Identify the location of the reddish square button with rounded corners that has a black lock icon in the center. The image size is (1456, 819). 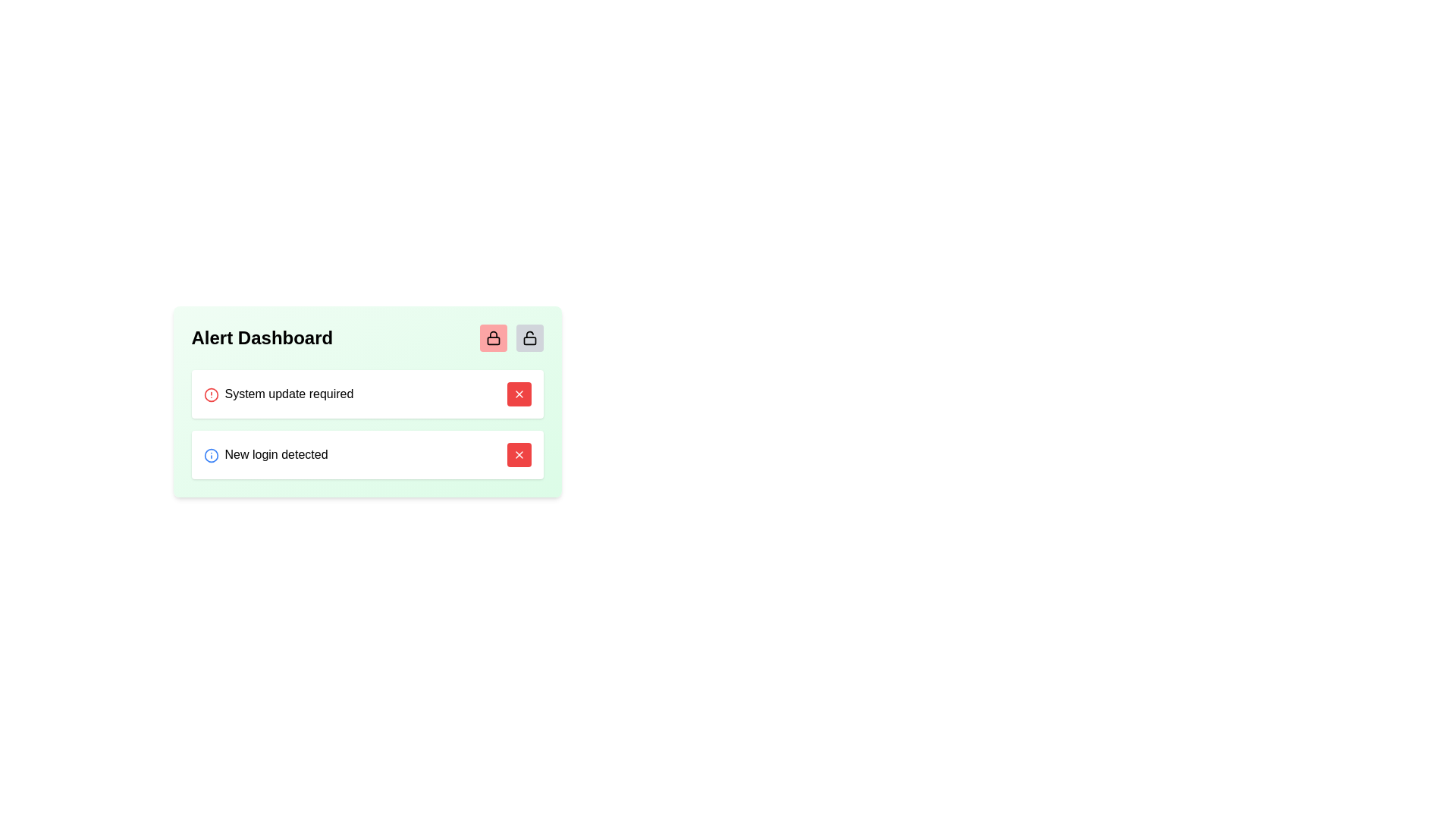
(493, 337).